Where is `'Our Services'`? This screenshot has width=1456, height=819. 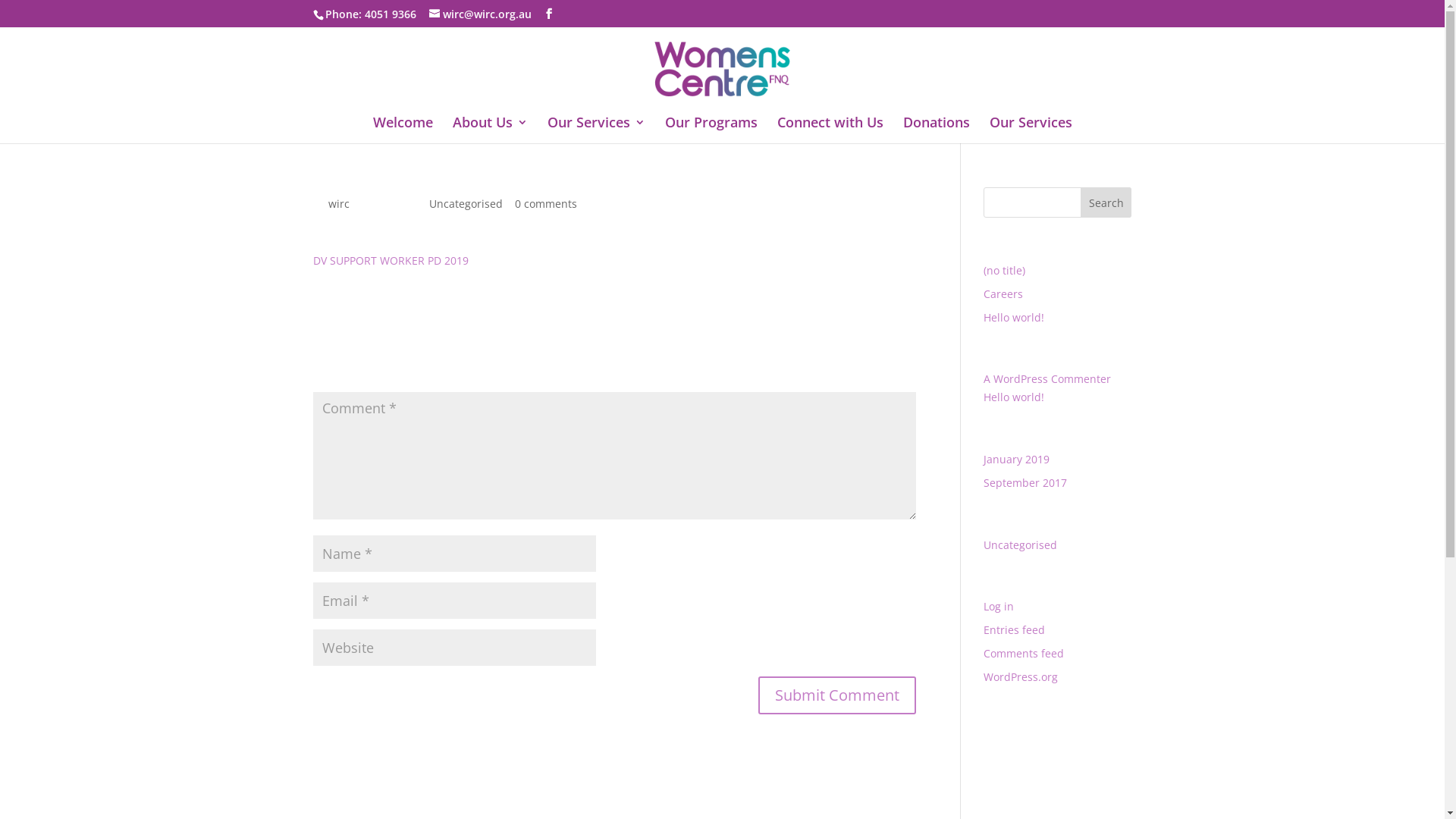 'Our Services' is located at coordinates (546, 129).